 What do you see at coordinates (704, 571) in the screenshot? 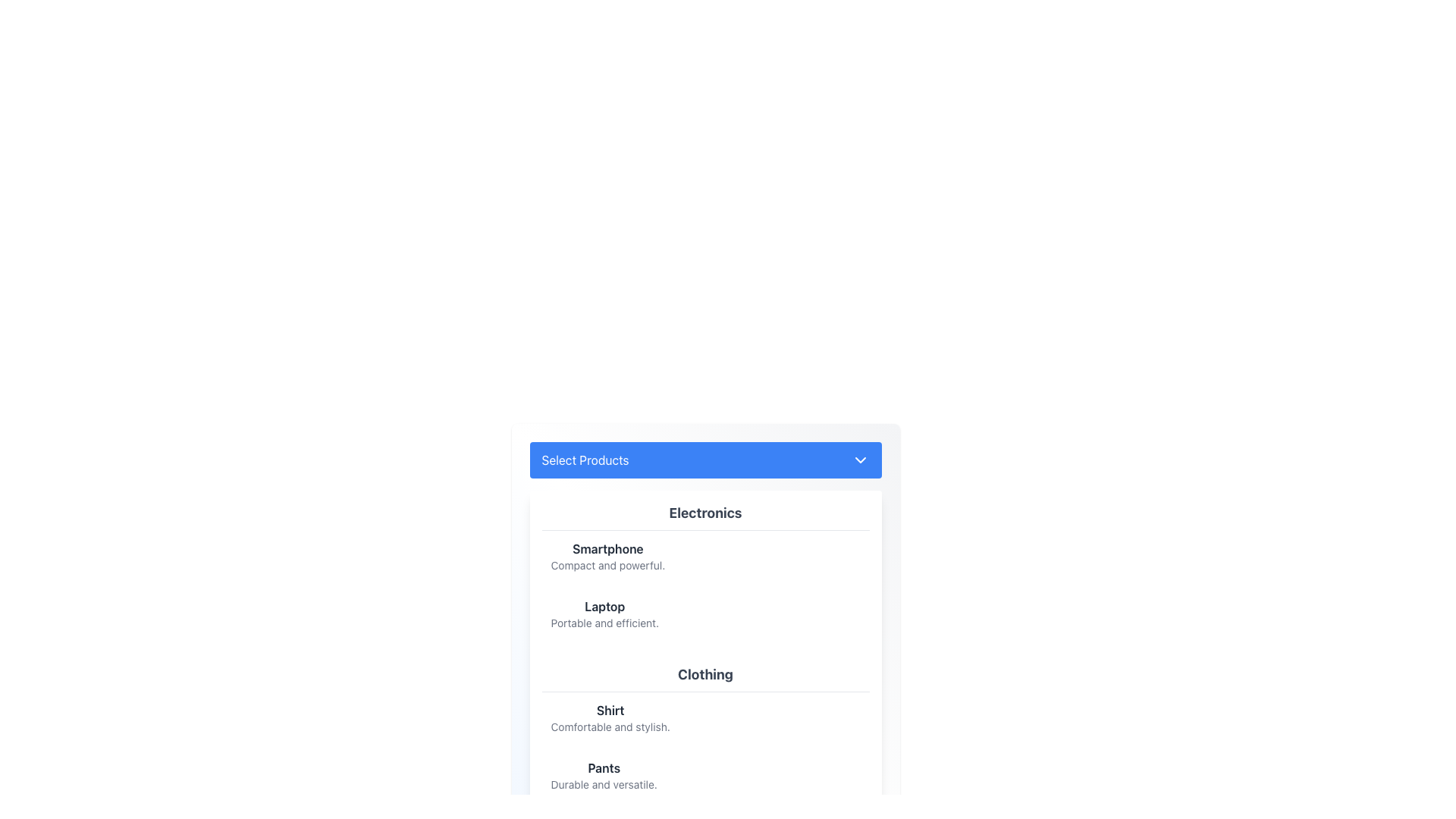
I see `the categorized item list under 'Electronics' to interact with its subelements such as Smartphone and Laptop` at bounding box center [704, 571].